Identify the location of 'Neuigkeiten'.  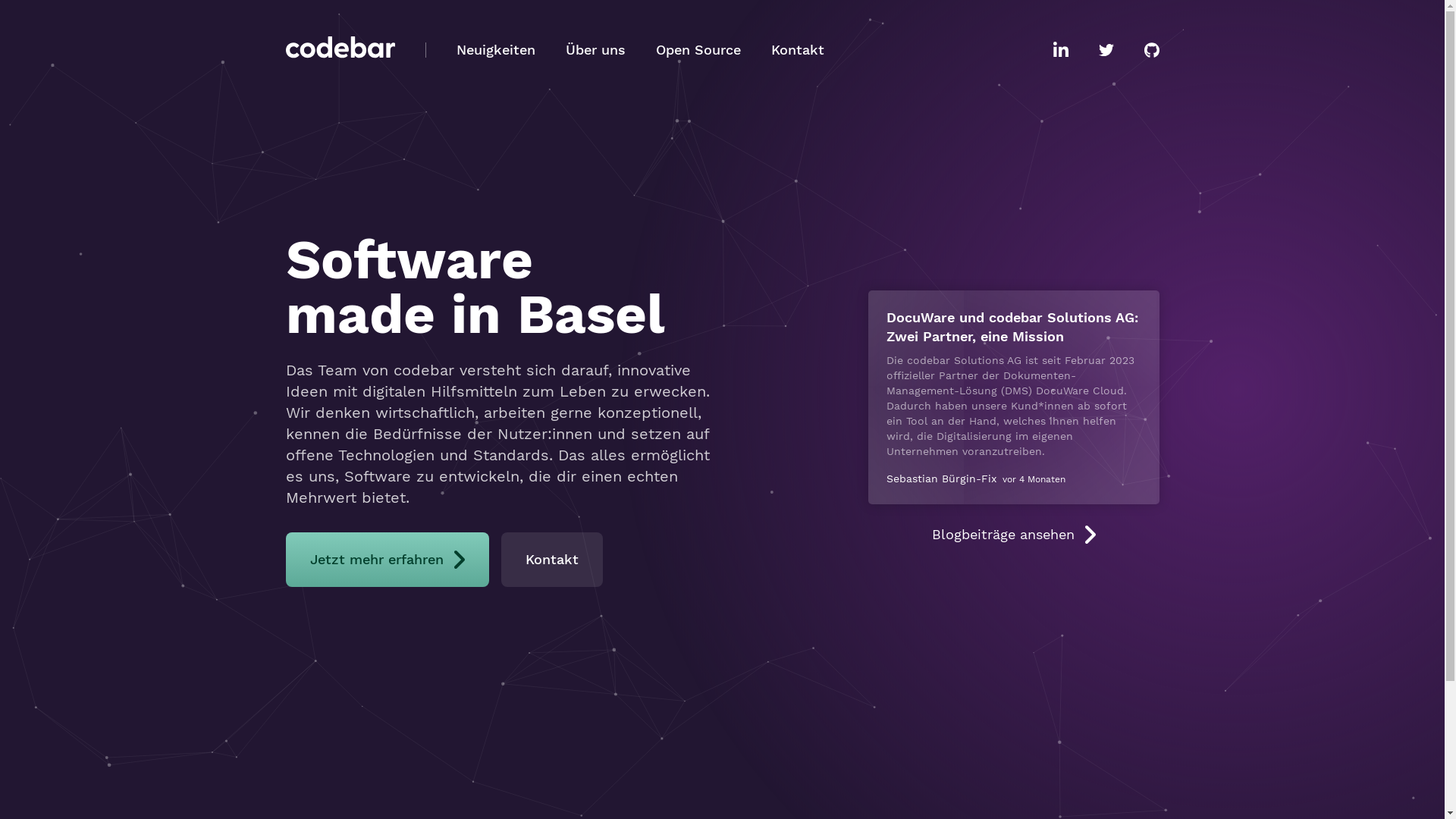
(495, 49).